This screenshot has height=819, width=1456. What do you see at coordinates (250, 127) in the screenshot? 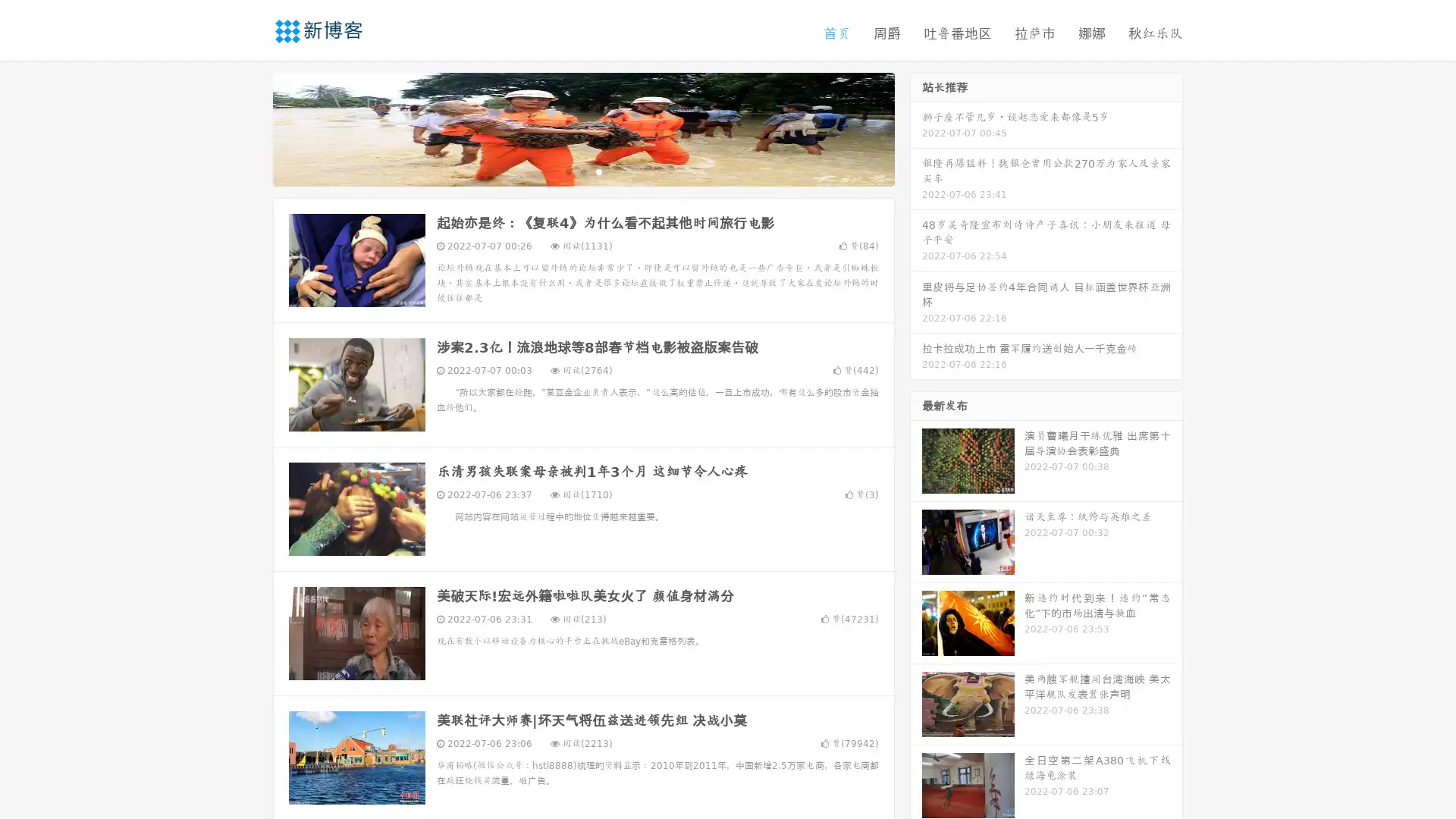
I see `Previous slide` at bounding box center [250, 127].